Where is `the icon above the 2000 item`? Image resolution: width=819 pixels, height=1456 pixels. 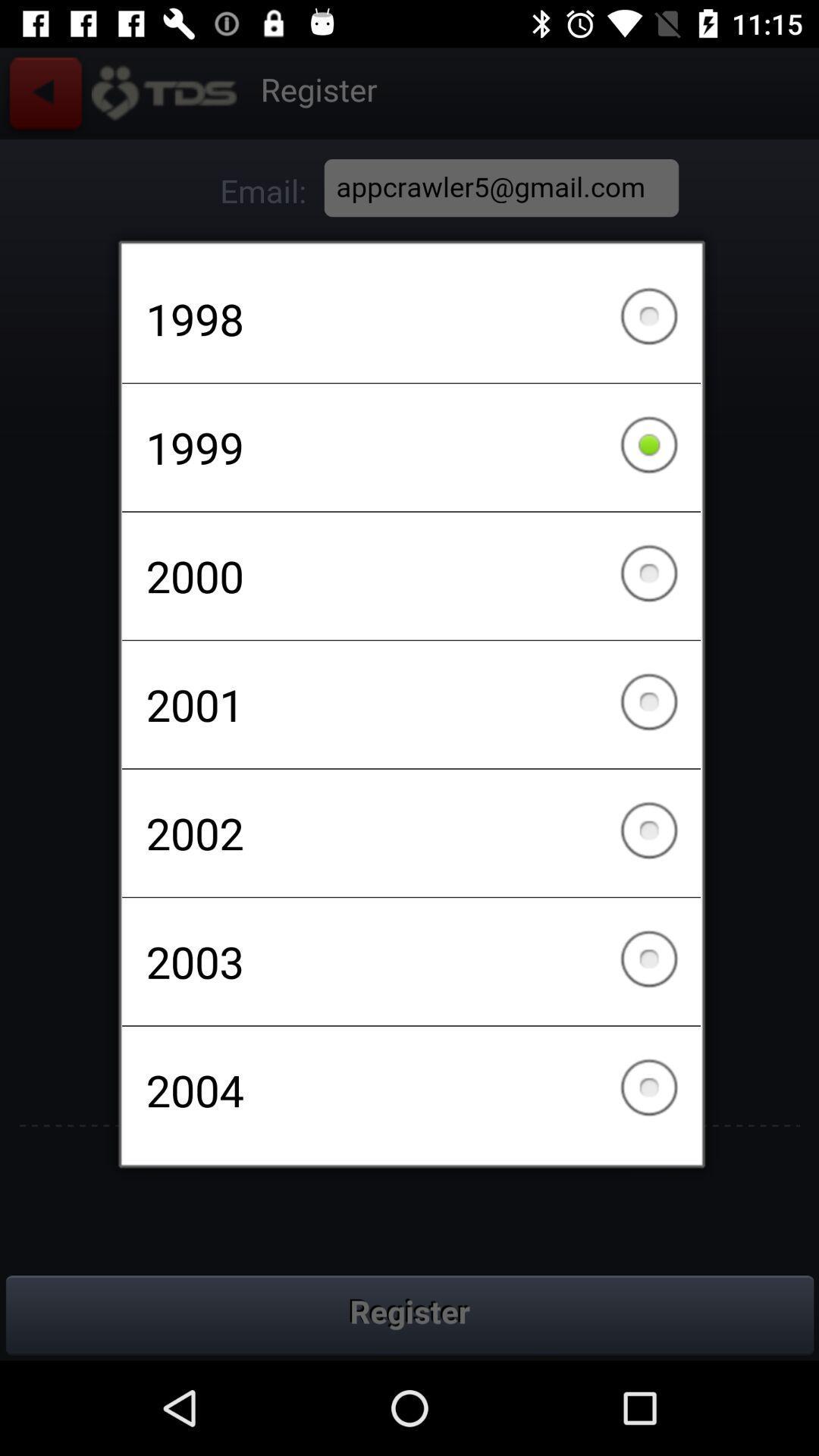 the icon above the 2000 item is located at coordinates (411, 447).